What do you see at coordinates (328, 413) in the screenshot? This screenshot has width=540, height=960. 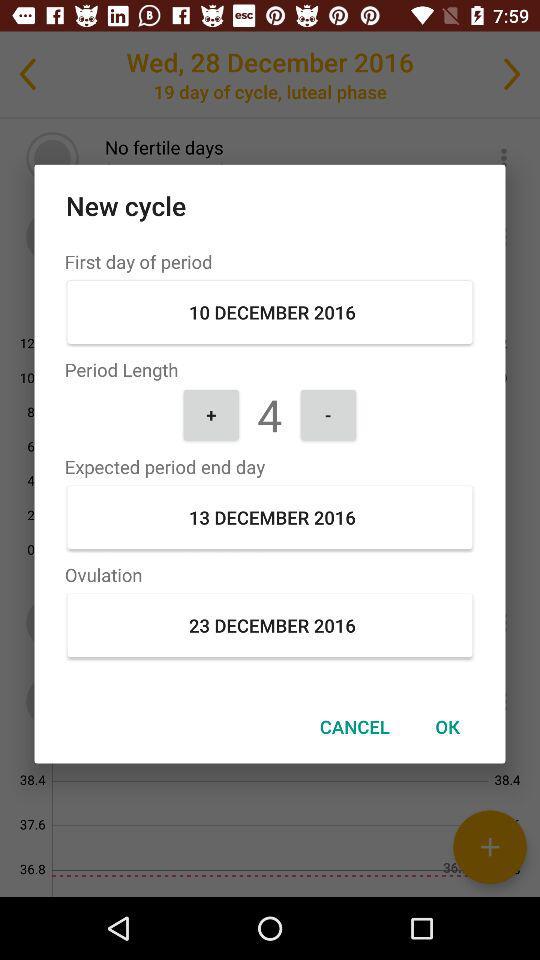 I see `the - item` at bounding box center [328, 413].